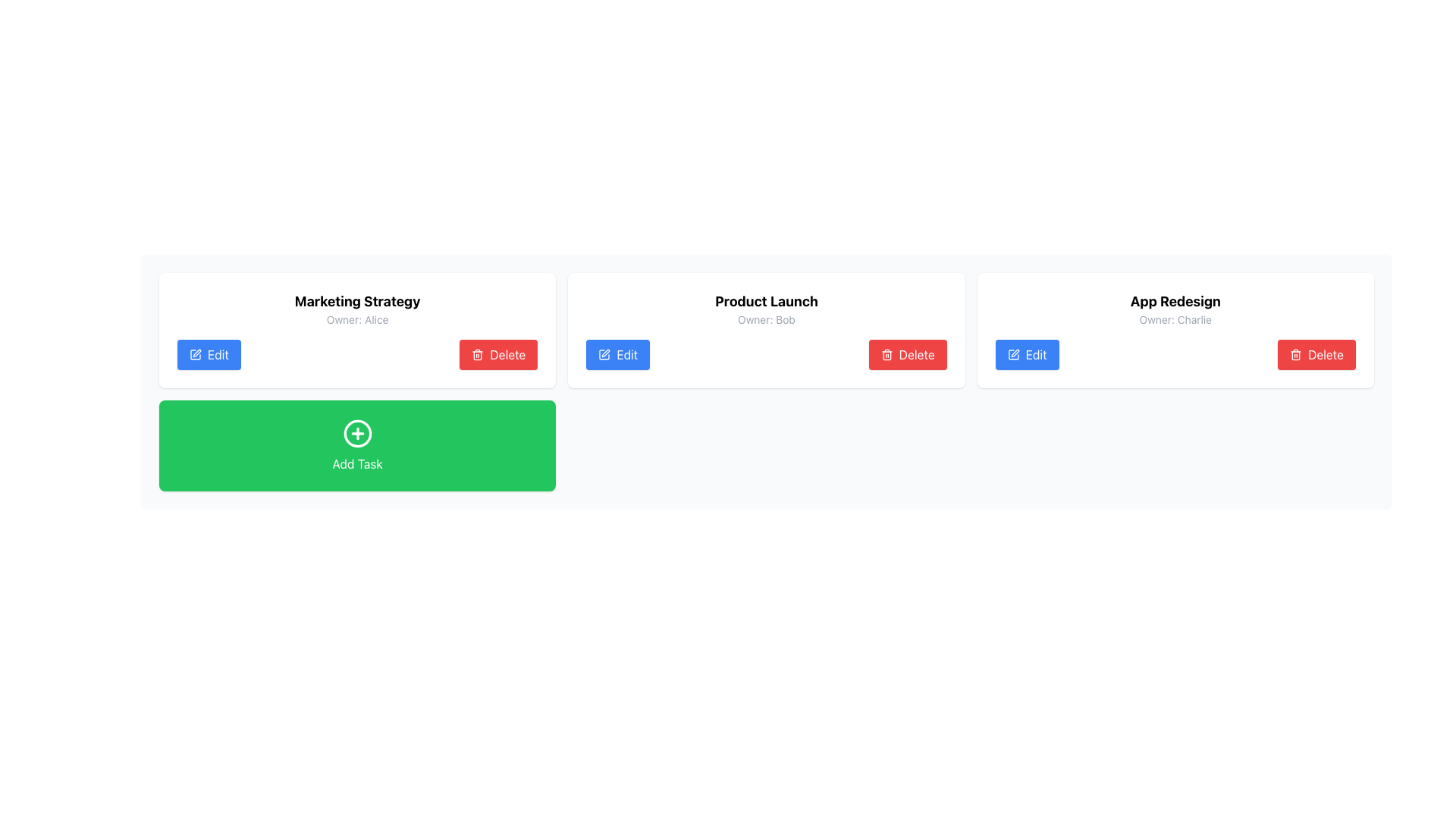 The height and width of the screenshot is (819, 1456). Describe the element at coordinates (356, 433) in the screenshot. I see `the green circular icon with a plus sign (+) inside, which is located in the middle of the 'Add Task' button at the center of the bottom row of the layout` at that location.